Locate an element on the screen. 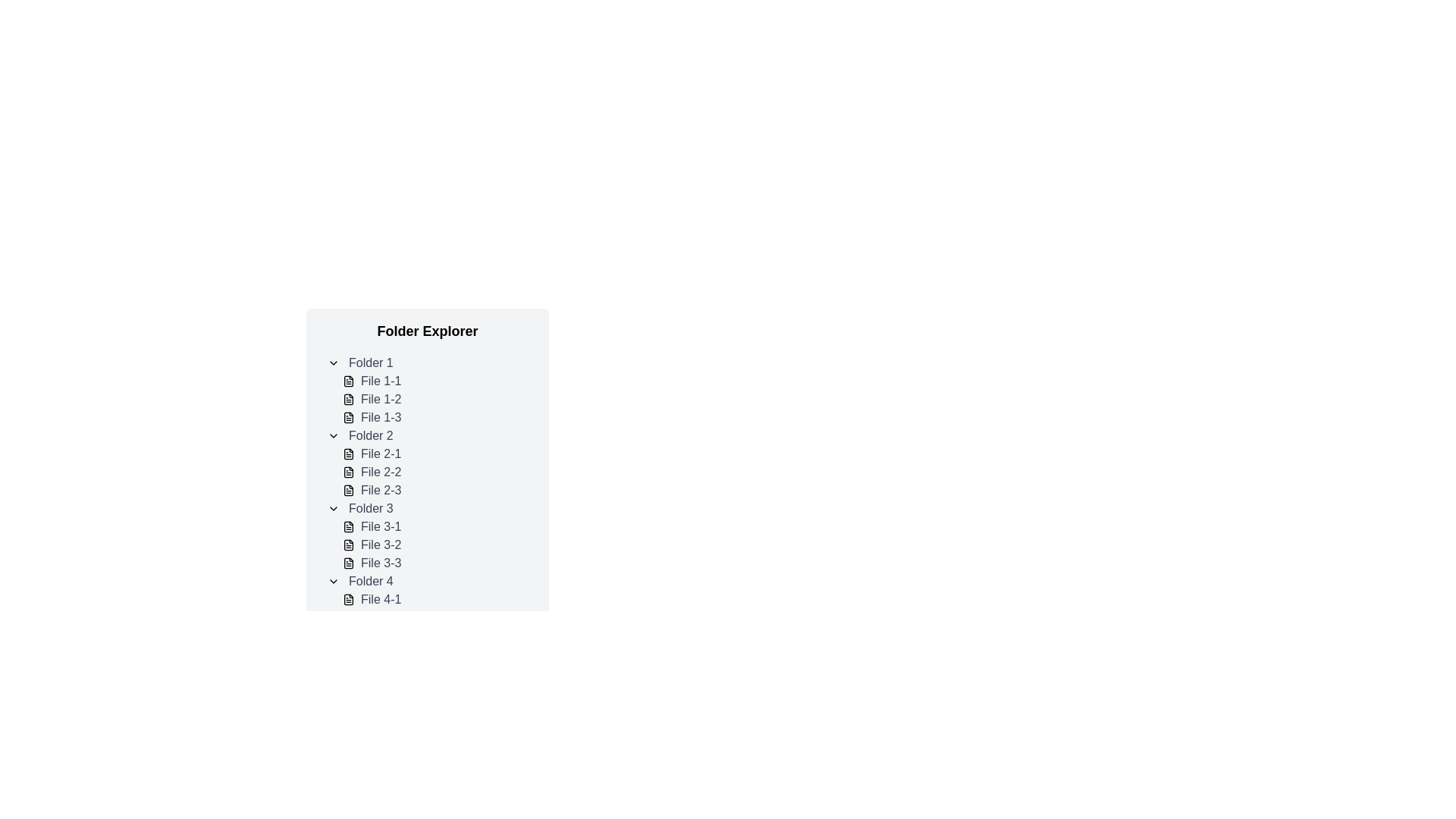 This screenshot has height=819, width=1456. the collapsible folder title labeled 'Folder 1' is located at coordinates (429, 362).